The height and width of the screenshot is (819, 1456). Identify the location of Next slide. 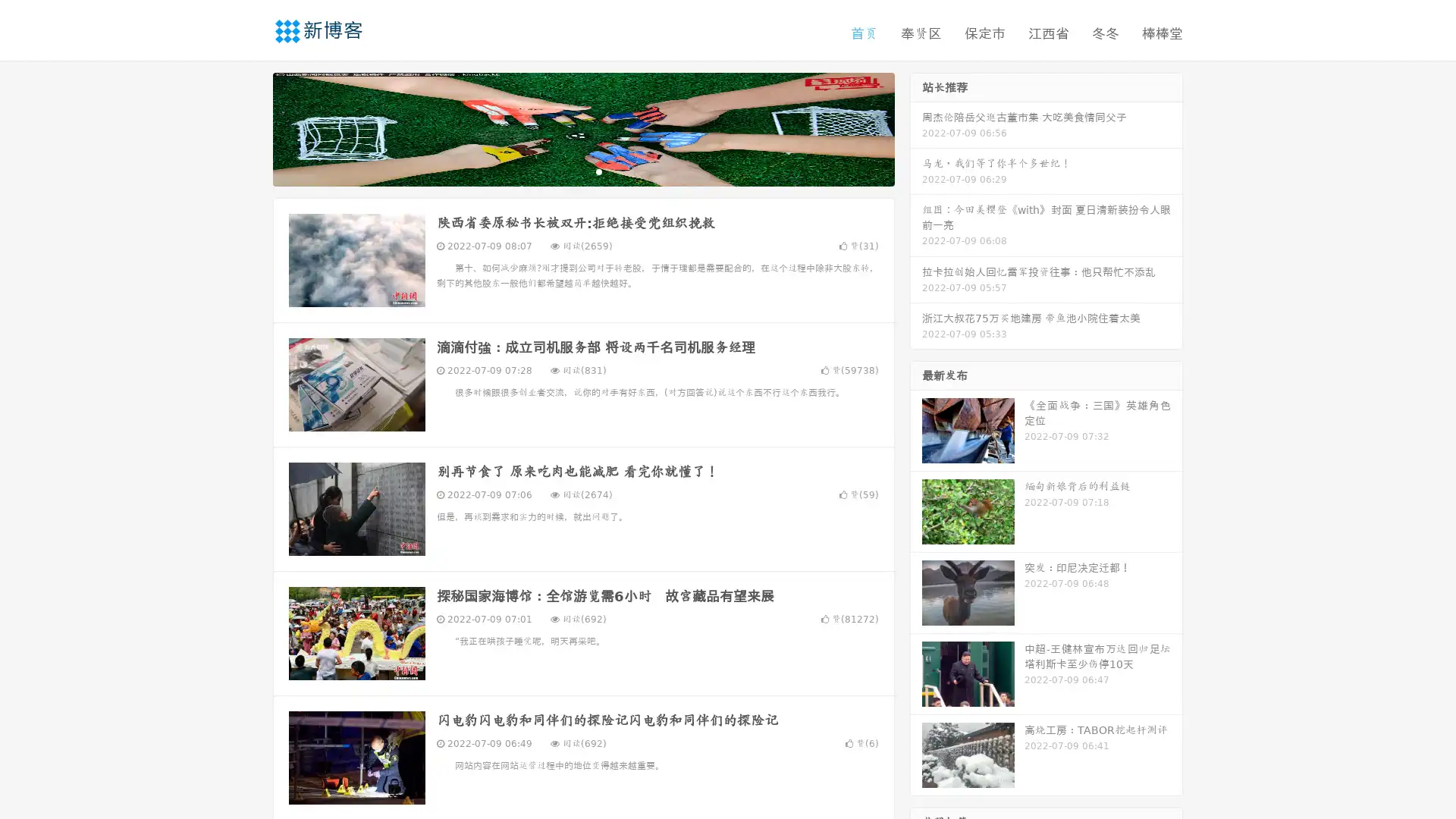
(916, 127).